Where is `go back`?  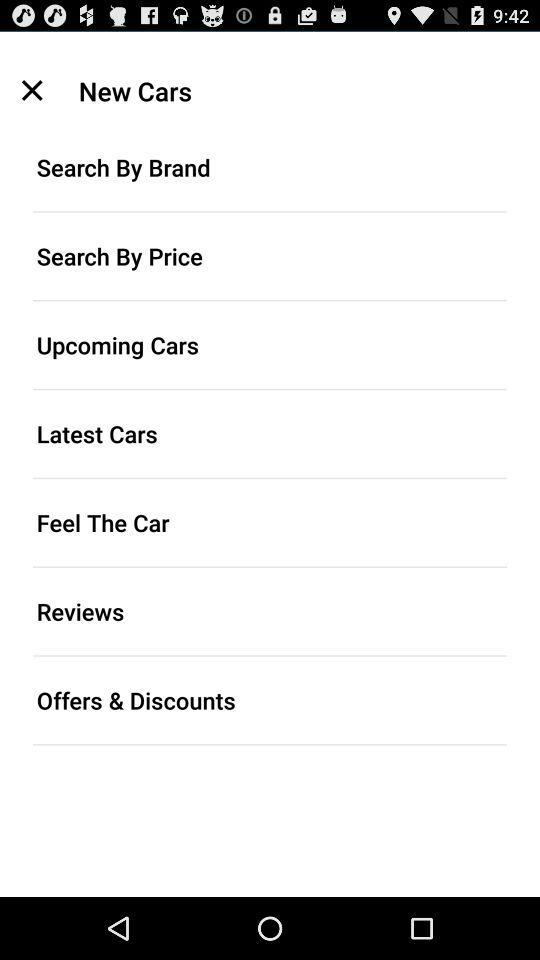
go back is located at coordinates (31, 90).